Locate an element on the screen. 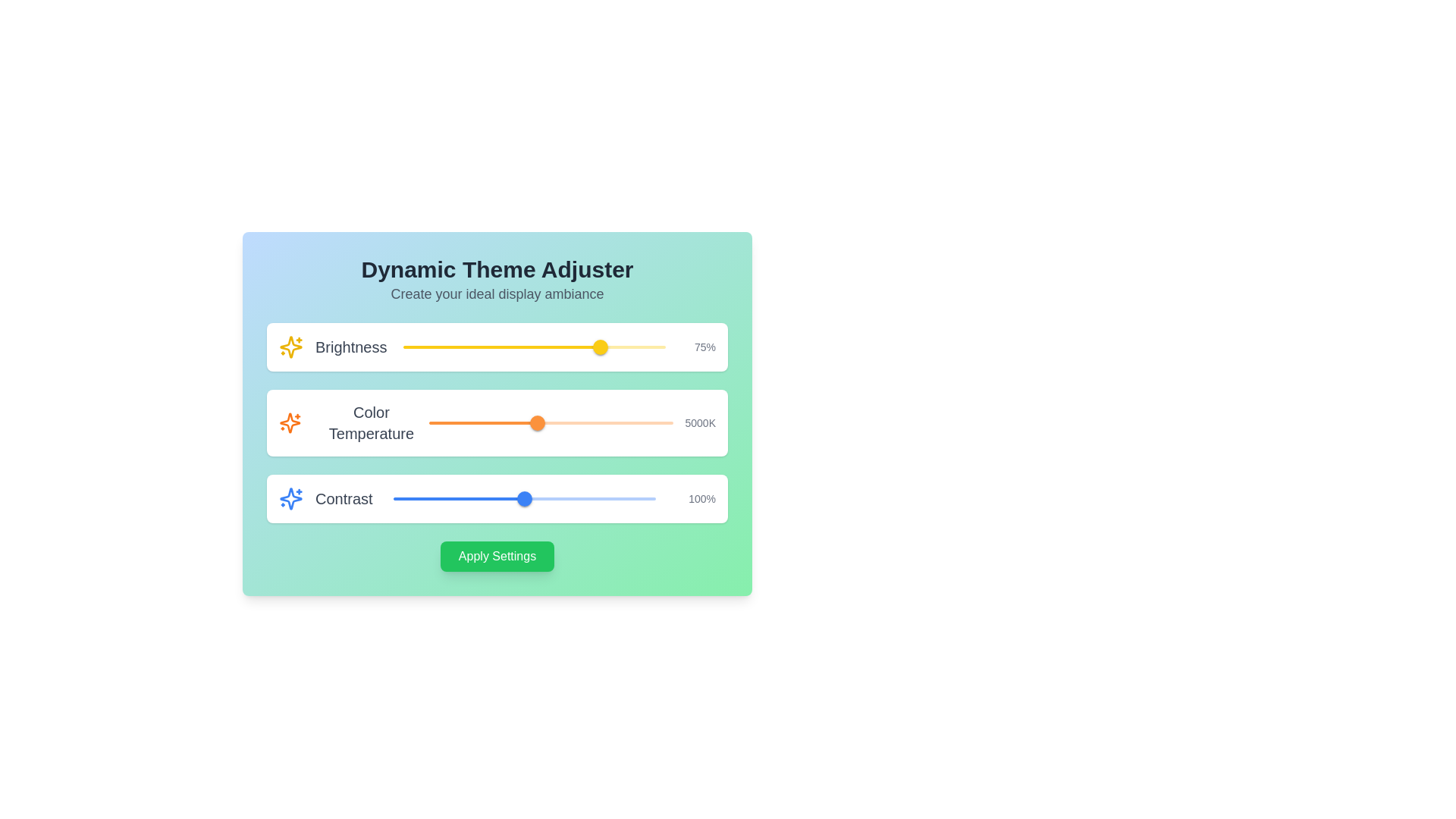  the brightness level of the slider is located at coordinates (491, 347).